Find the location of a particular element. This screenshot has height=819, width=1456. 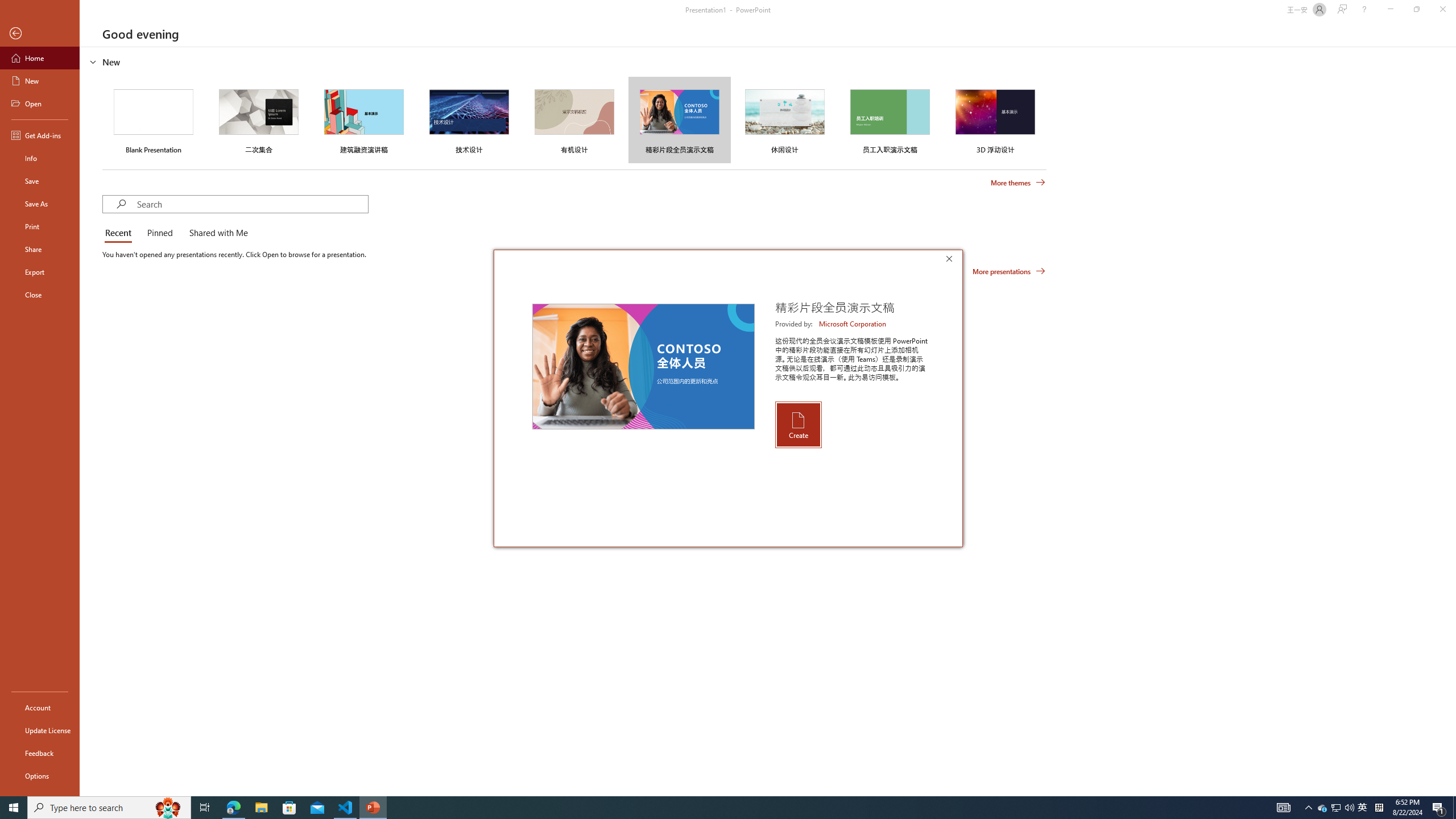

'Options' is located at coordinates (39, 775).